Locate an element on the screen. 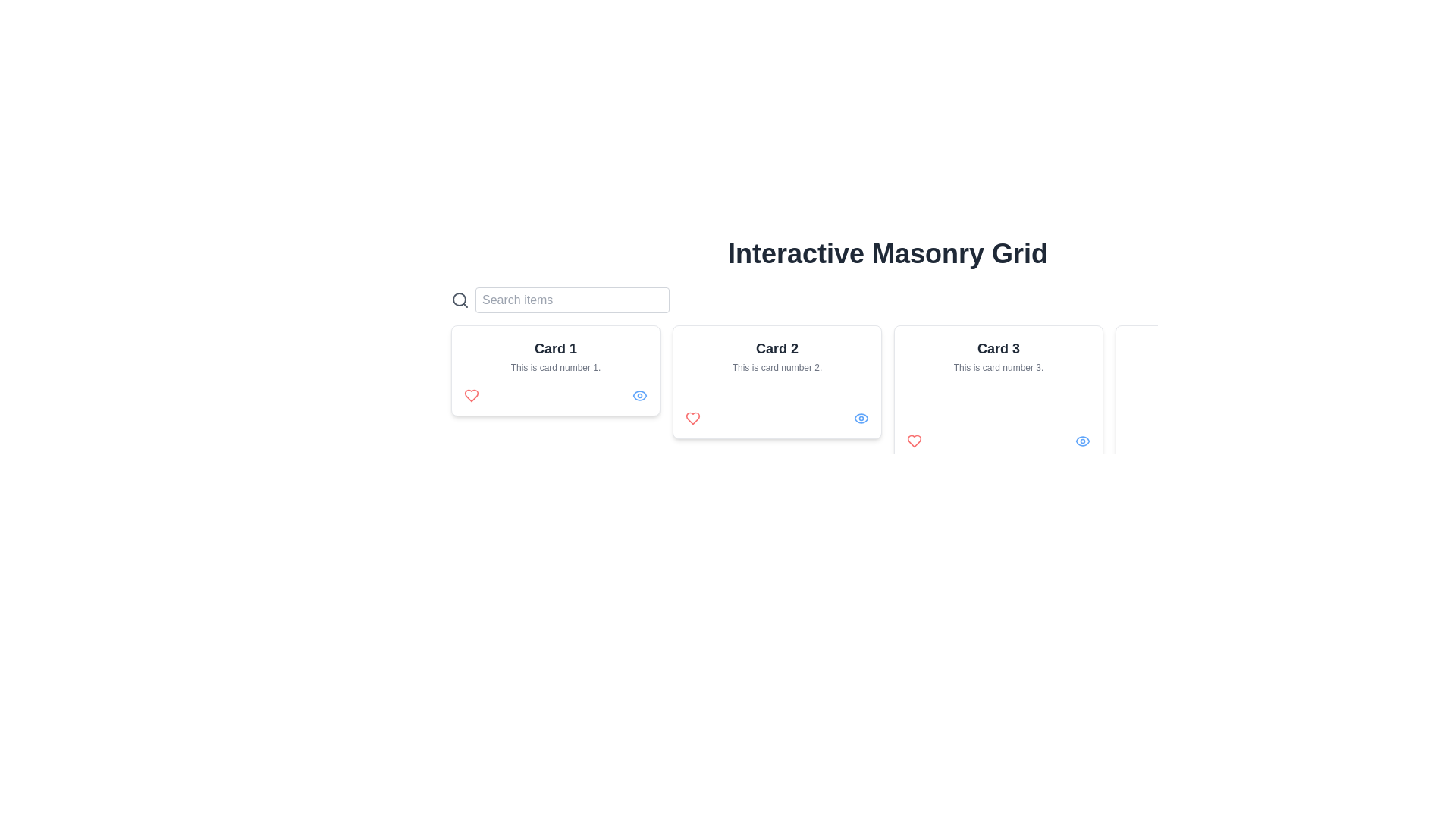  the third card is located at coordinates (998, 393).